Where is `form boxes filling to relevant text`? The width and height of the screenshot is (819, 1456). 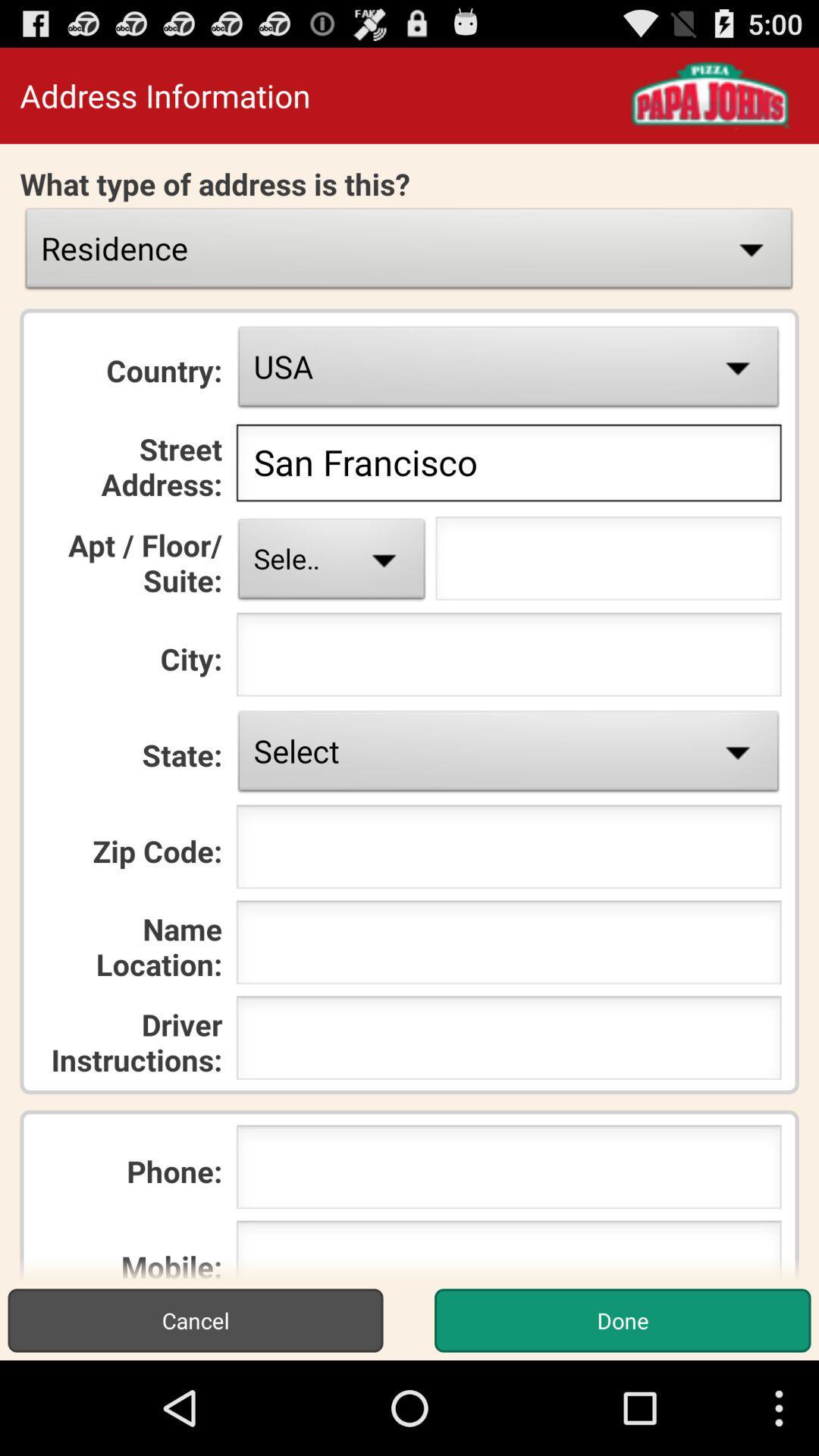 form boxes filling to relevant text is located at coordinates (607, 562).